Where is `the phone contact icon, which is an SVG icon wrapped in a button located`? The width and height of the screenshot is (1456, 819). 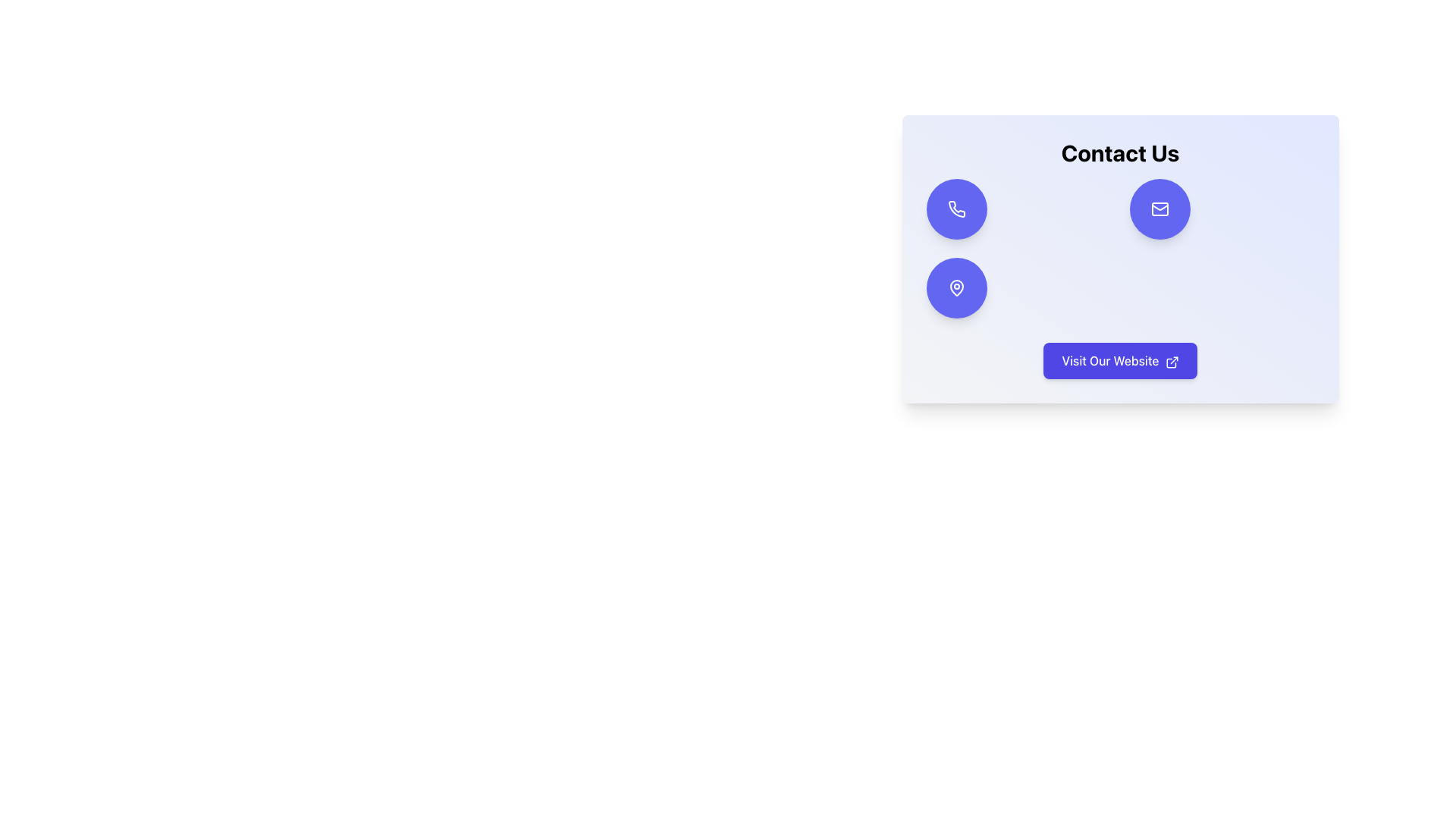 the phone contact icon, which is an SVG icon wrapped in a button located is located at coordinates (955, 209).